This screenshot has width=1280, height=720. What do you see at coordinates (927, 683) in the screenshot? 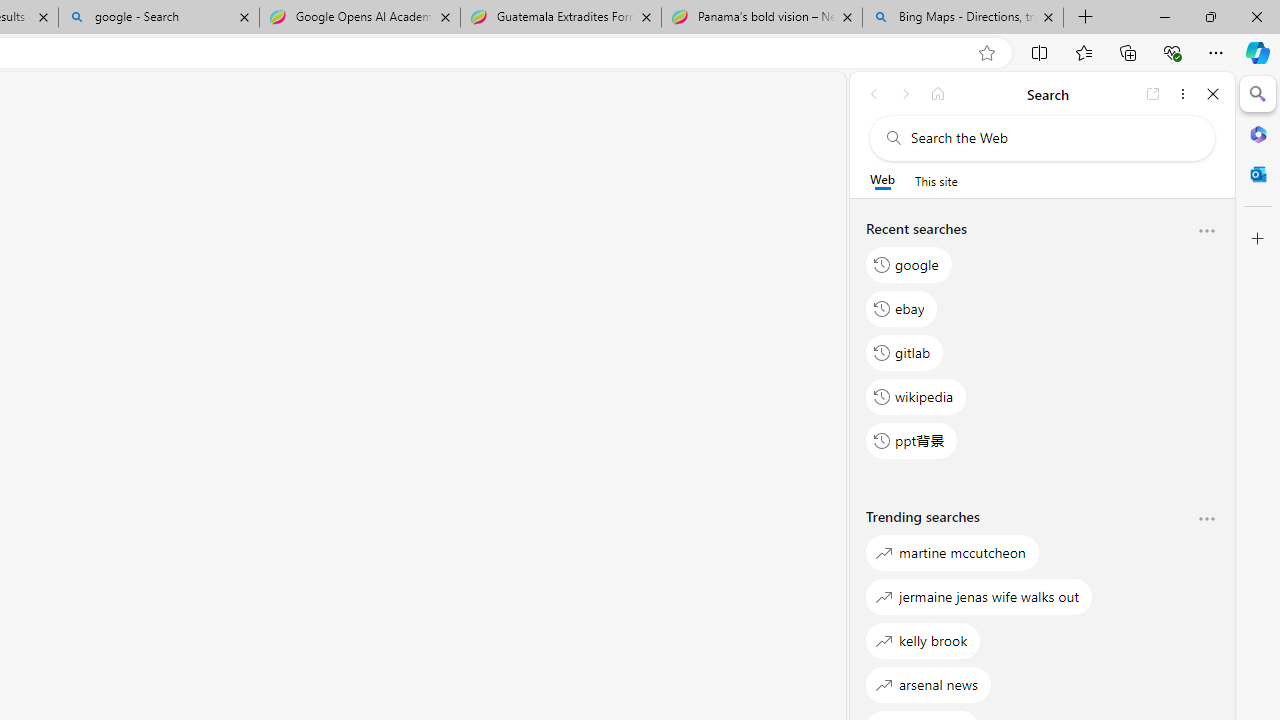
I see `'arsenal news'` at bounding box center [927, 683].